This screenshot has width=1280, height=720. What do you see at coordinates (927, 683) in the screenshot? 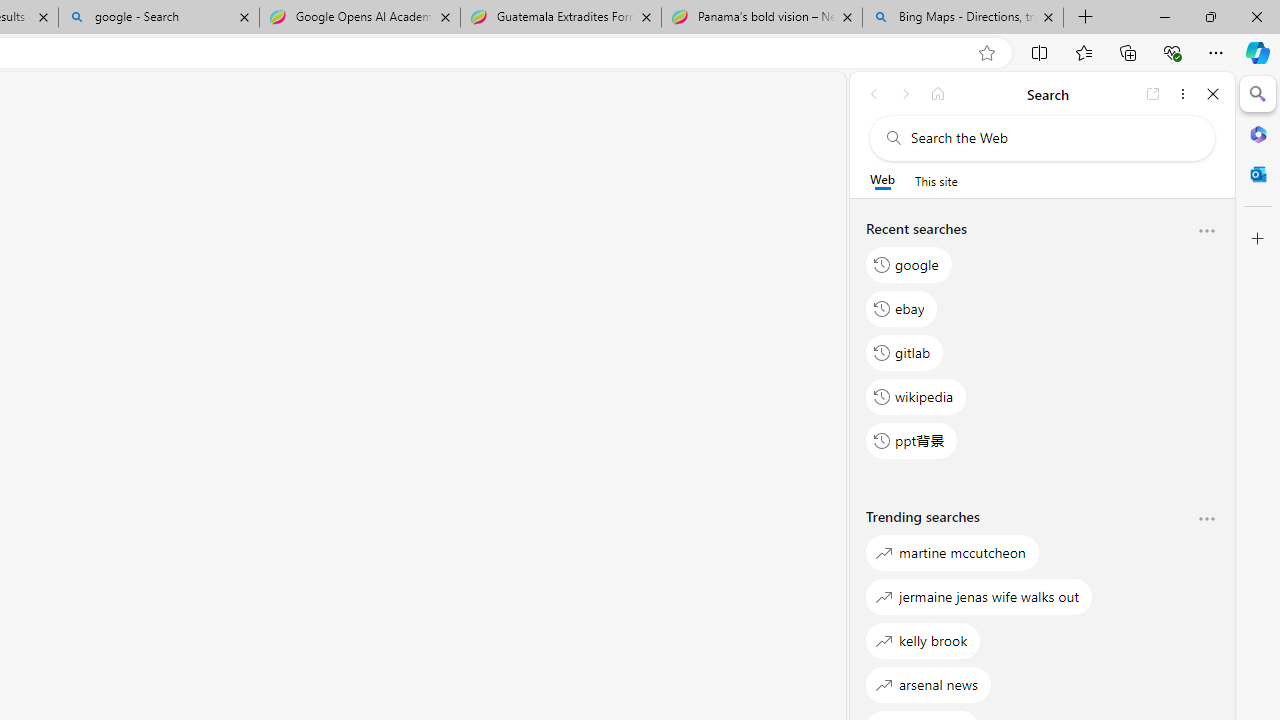
I see `'arsenal news'` at bounding box center [927, 683].